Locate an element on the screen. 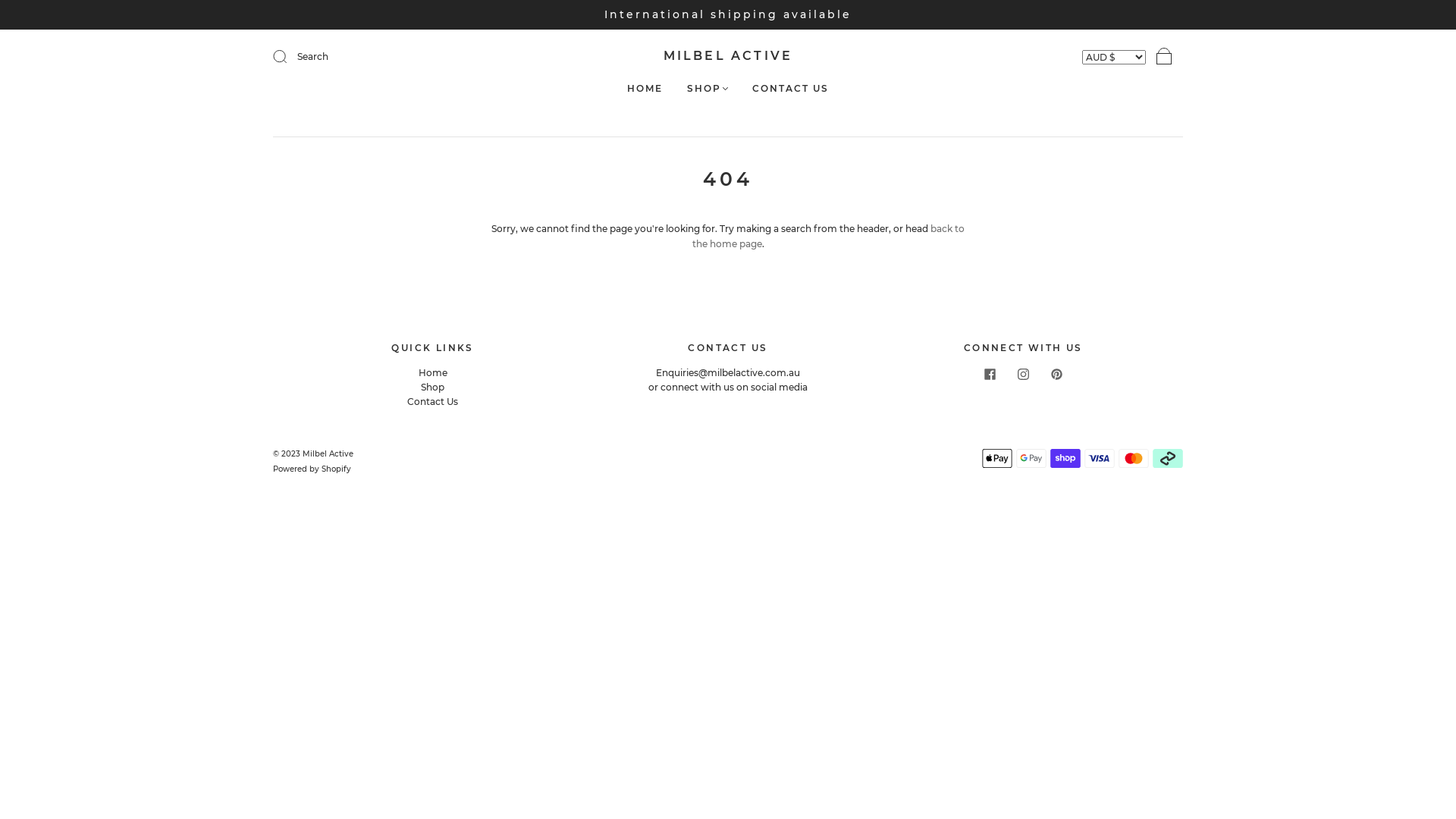 The width and height of the screenshot is (1456, 819). 'Home' is located at coordinates (419, 372).